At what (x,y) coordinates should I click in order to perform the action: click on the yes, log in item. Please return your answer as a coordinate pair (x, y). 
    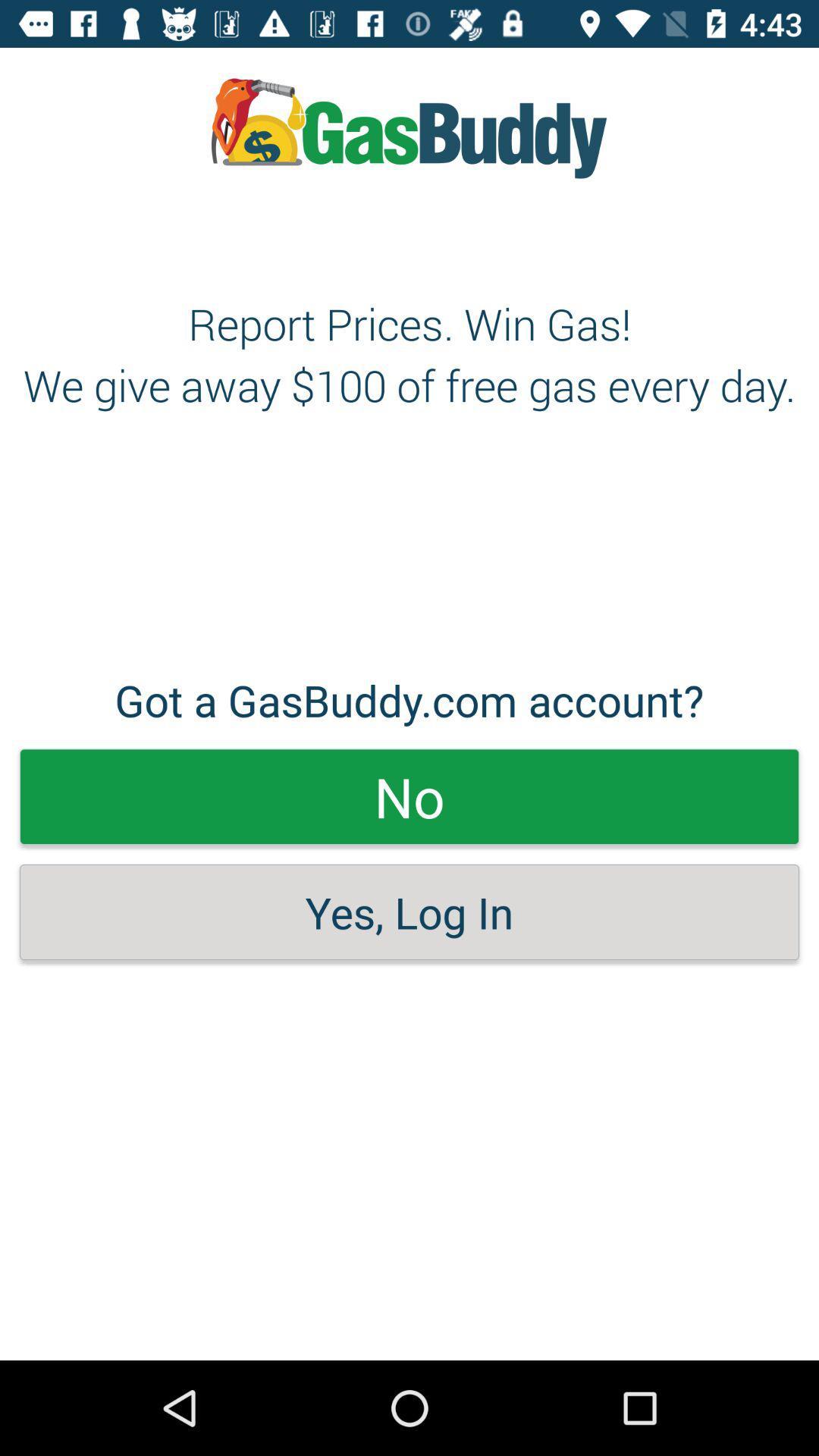
    Looking at the image, I should click on (409, 912).